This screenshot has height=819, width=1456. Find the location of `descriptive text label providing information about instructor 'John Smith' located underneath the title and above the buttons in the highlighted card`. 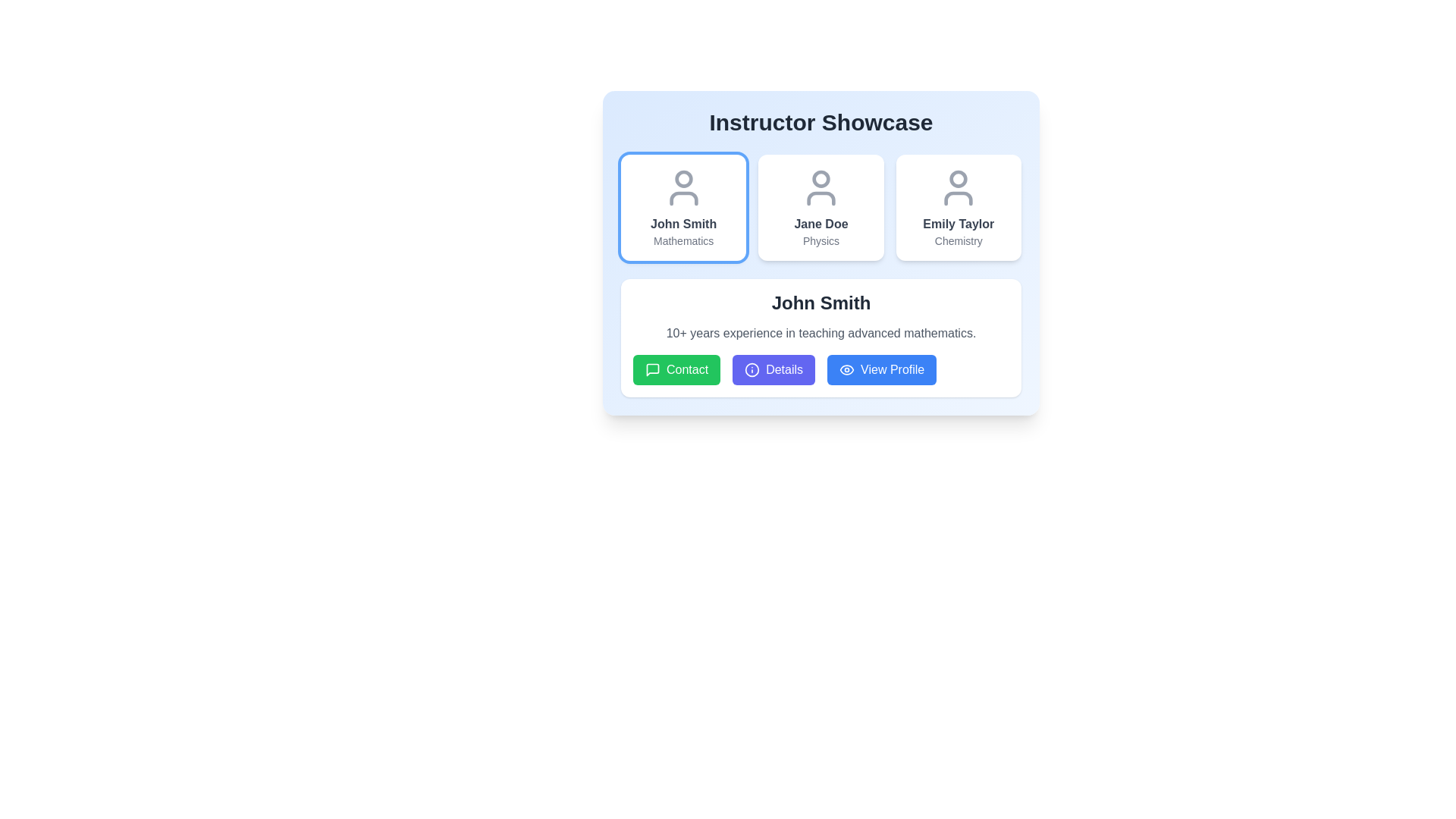

descriptive text label providing information about instructor 'John Smith' located underneath the title and above the buttons in the highlighted card is located at coordinates (821, 332).